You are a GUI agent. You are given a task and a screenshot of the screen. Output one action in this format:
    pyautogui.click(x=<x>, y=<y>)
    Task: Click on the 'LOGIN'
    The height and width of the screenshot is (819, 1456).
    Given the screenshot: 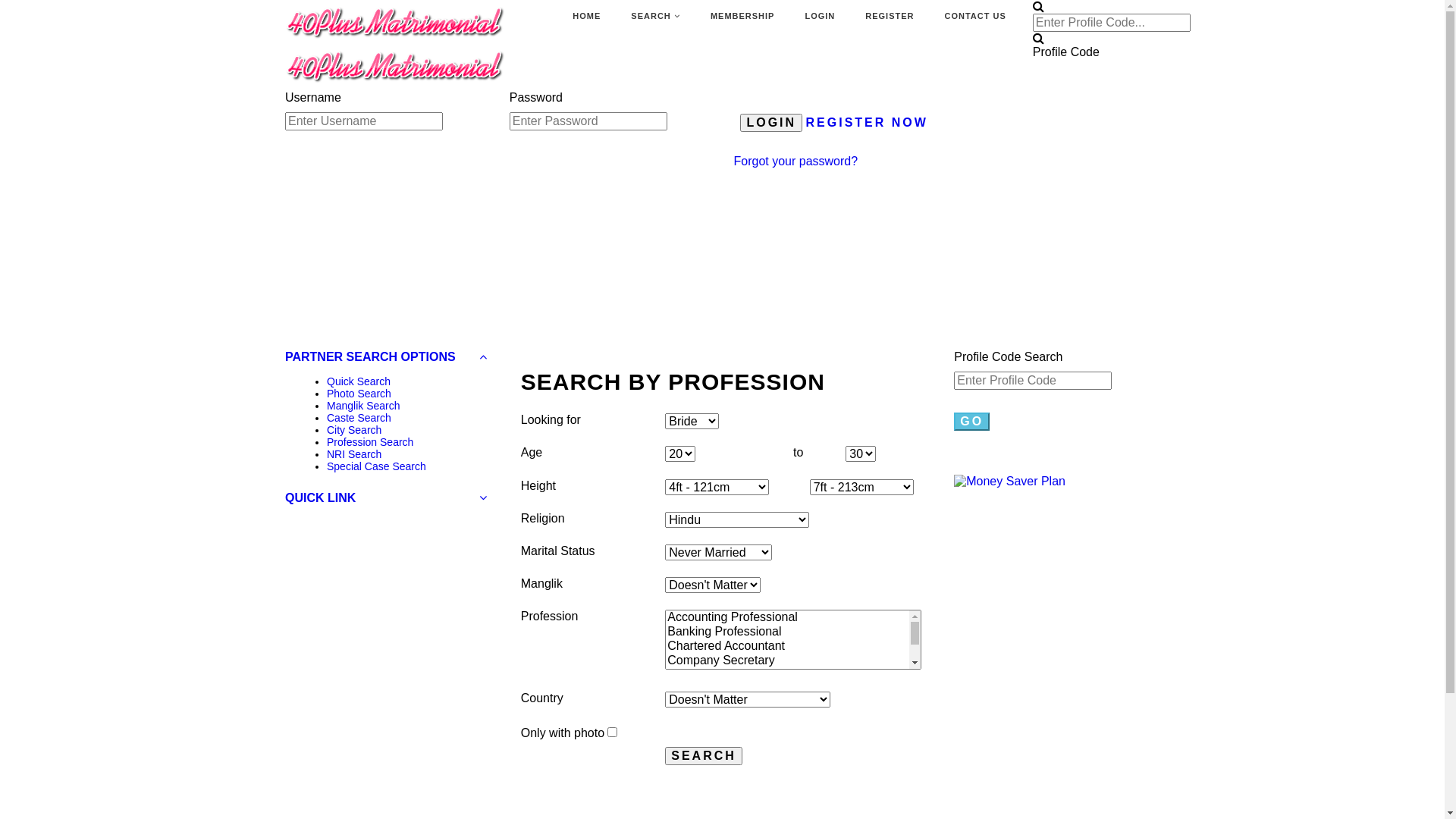 What is the action you would take?
    pyautogui.click(x=818, y=17)
    